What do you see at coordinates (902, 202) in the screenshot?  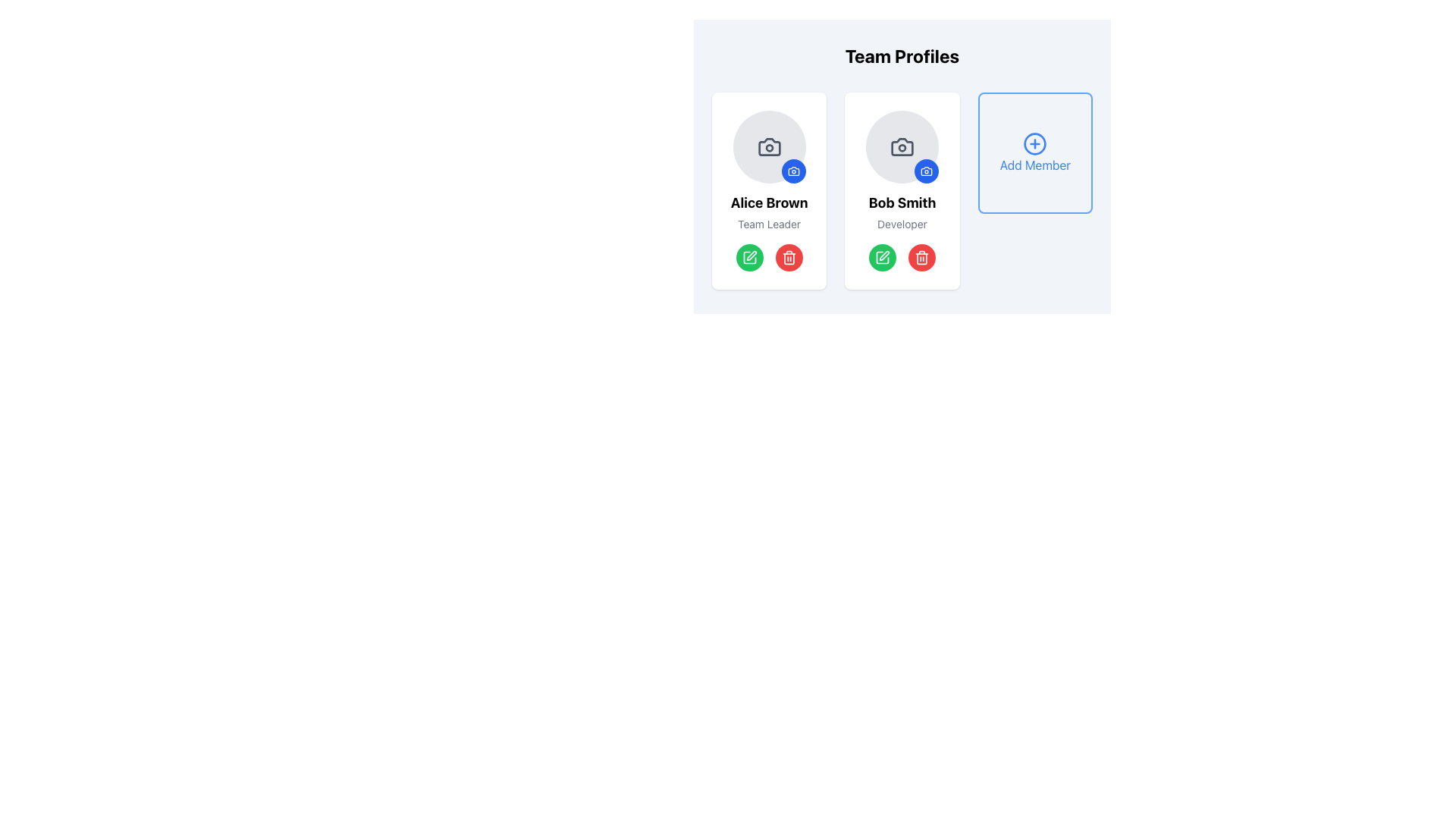 I see `the text label displaying the name 'Bob Smith', which is located within the profile card under the circular avatar and above the role title 'Developer'` at bounding box center [902, 202].